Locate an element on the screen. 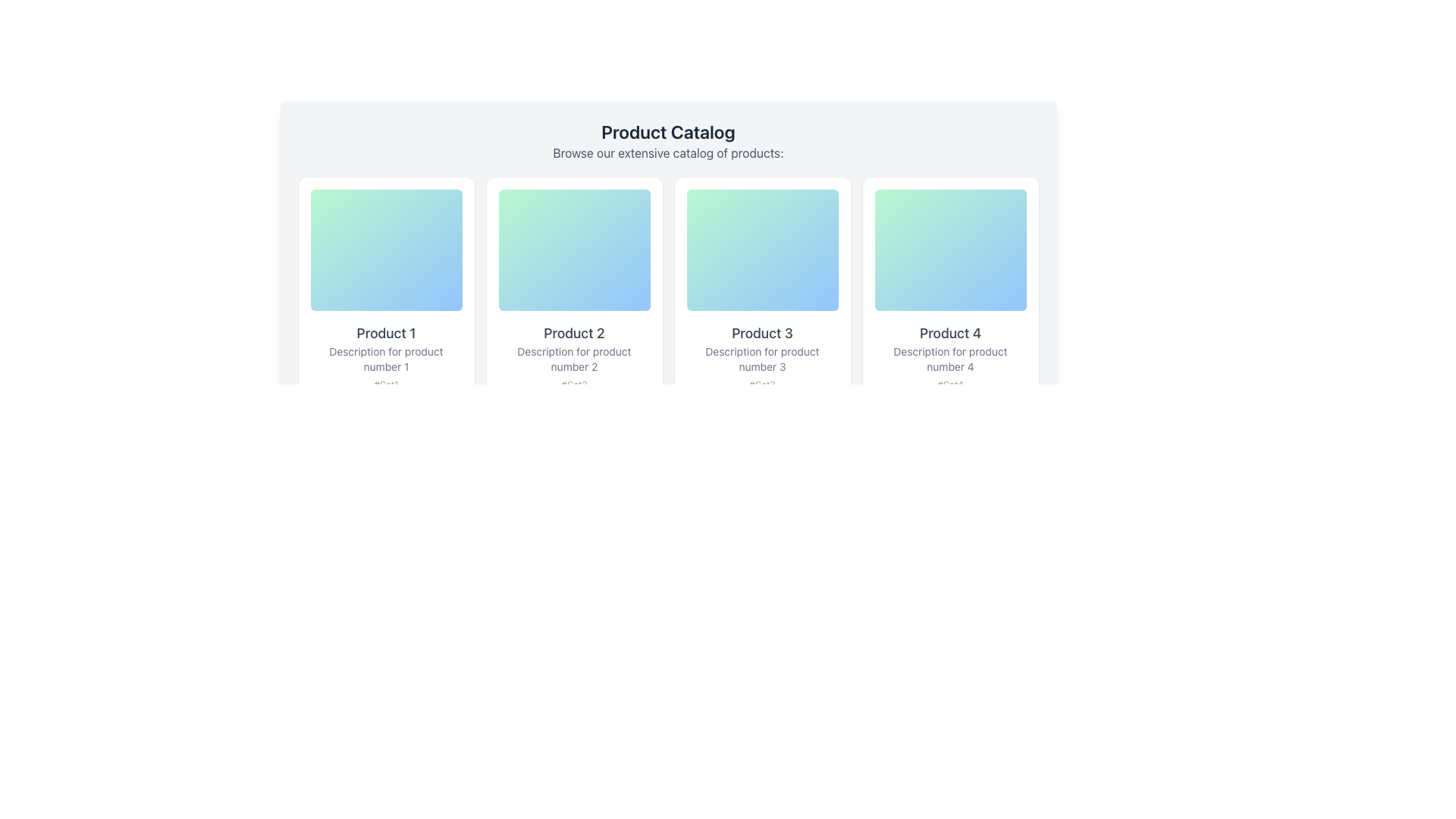 This screenshot has height=819, width=1456. the decorative background element of the 'Product 4' card located in the fourth column of the product catalog grid, positioned near the top-center of the card is located at coordinates (949, 249).